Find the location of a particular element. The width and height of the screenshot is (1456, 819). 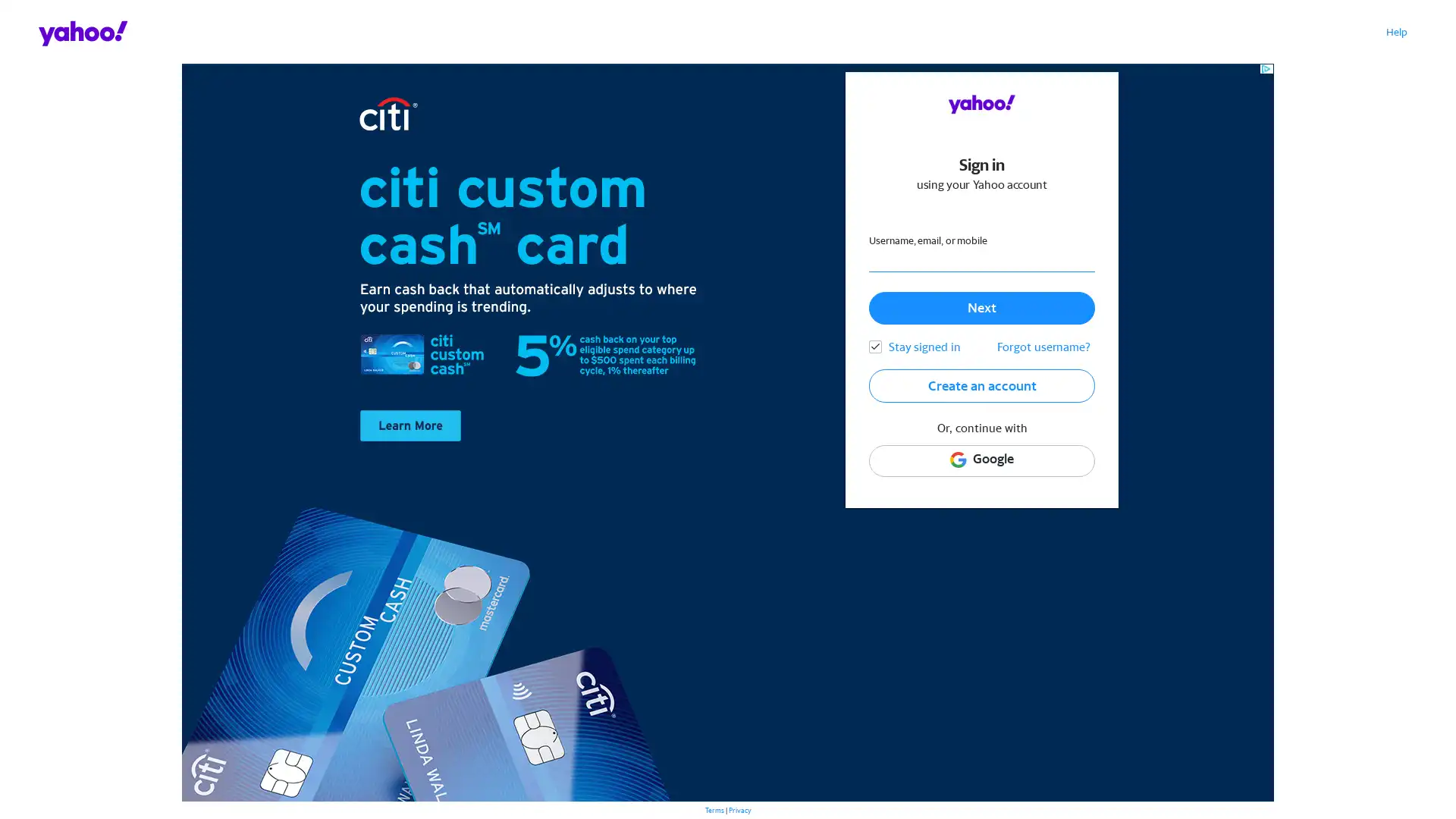

Create an account is located at coordinates (981, 384).